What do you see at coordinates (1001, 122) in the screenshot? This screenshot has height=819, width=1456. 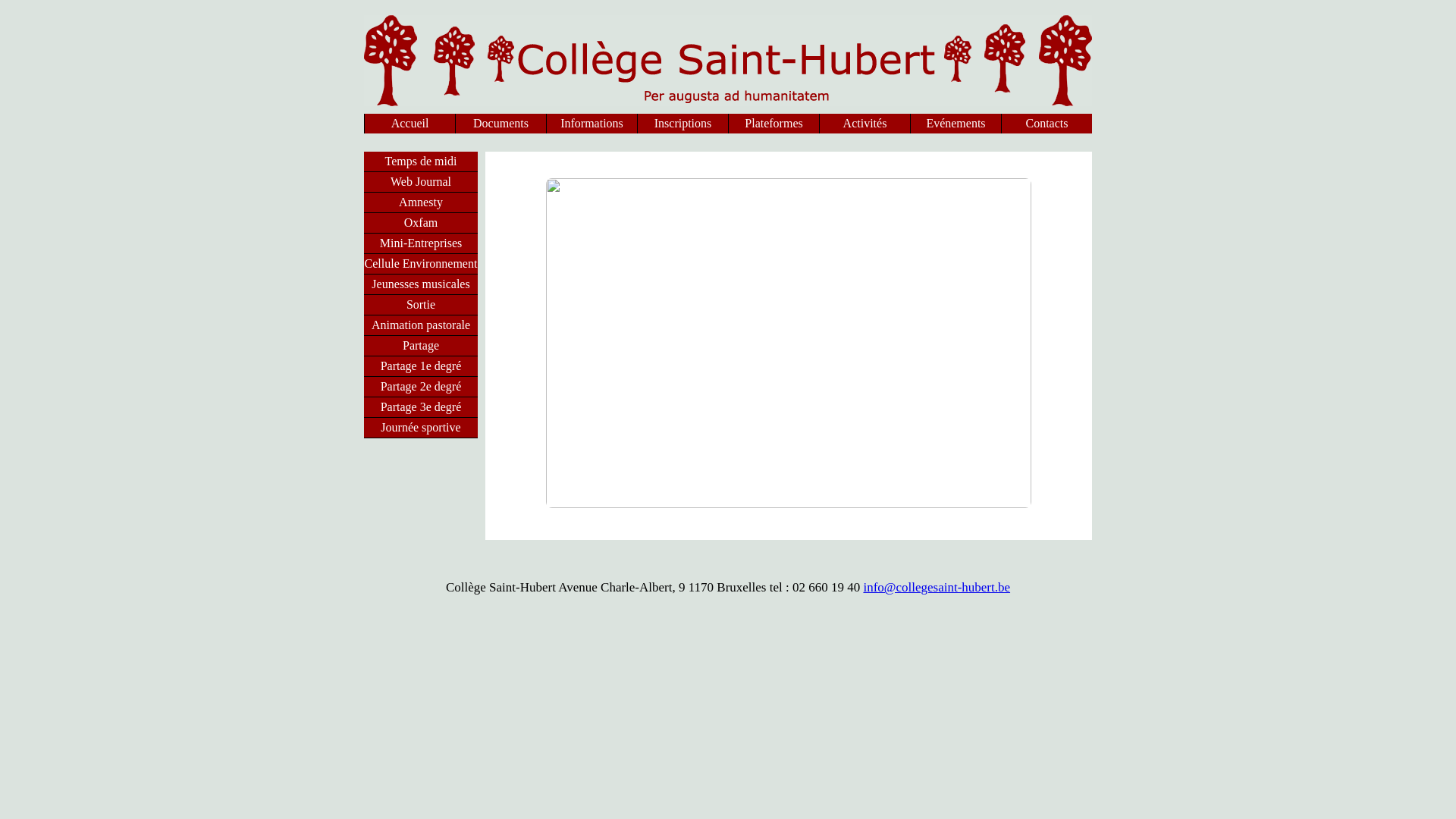 I see `'Contacts'` at bounding box center [1001, 122].